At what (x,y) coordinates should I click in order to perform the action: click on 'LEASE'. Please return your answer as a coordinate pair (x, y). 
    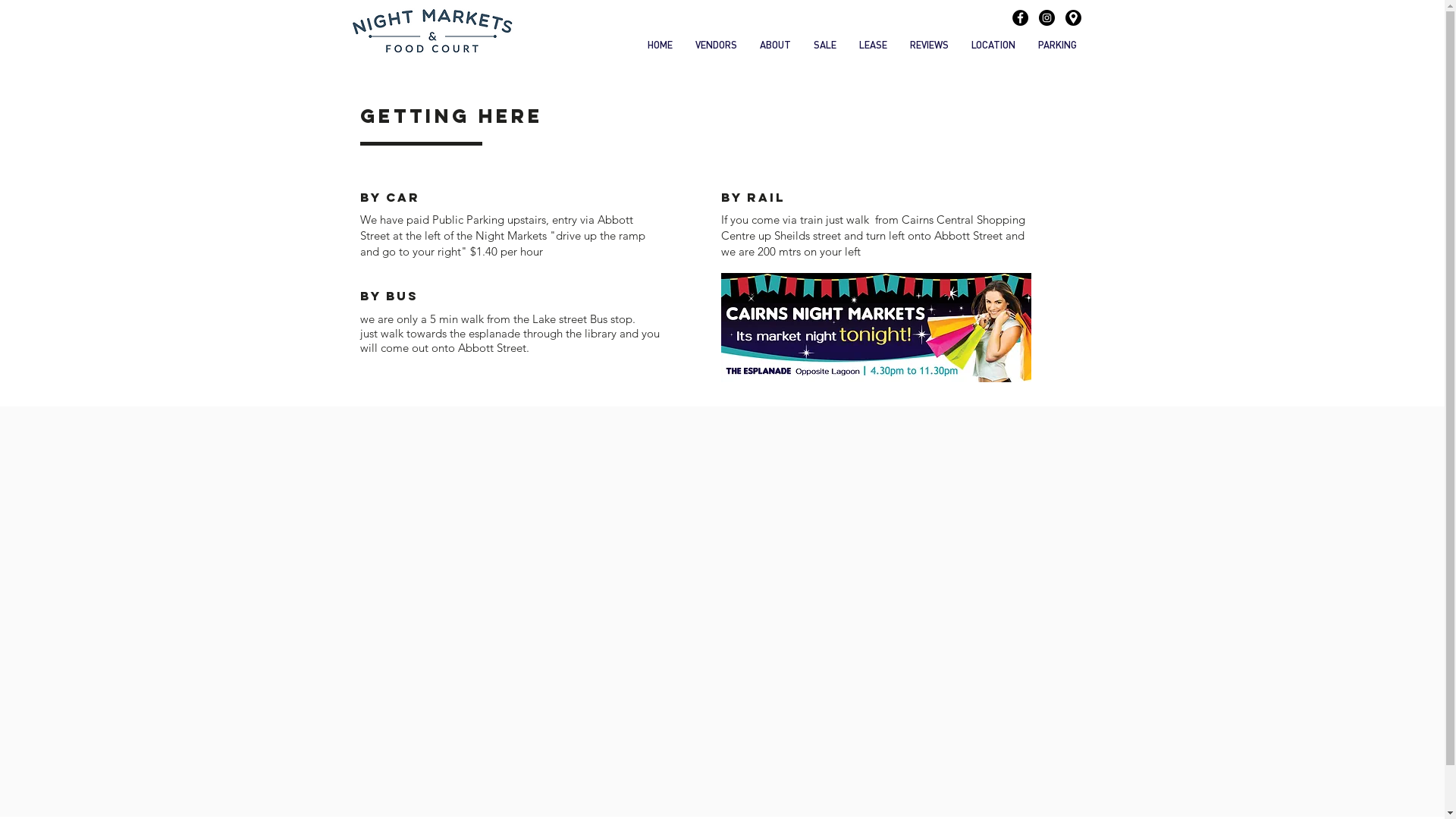
    Looking at the image, I should click on (873, 43).